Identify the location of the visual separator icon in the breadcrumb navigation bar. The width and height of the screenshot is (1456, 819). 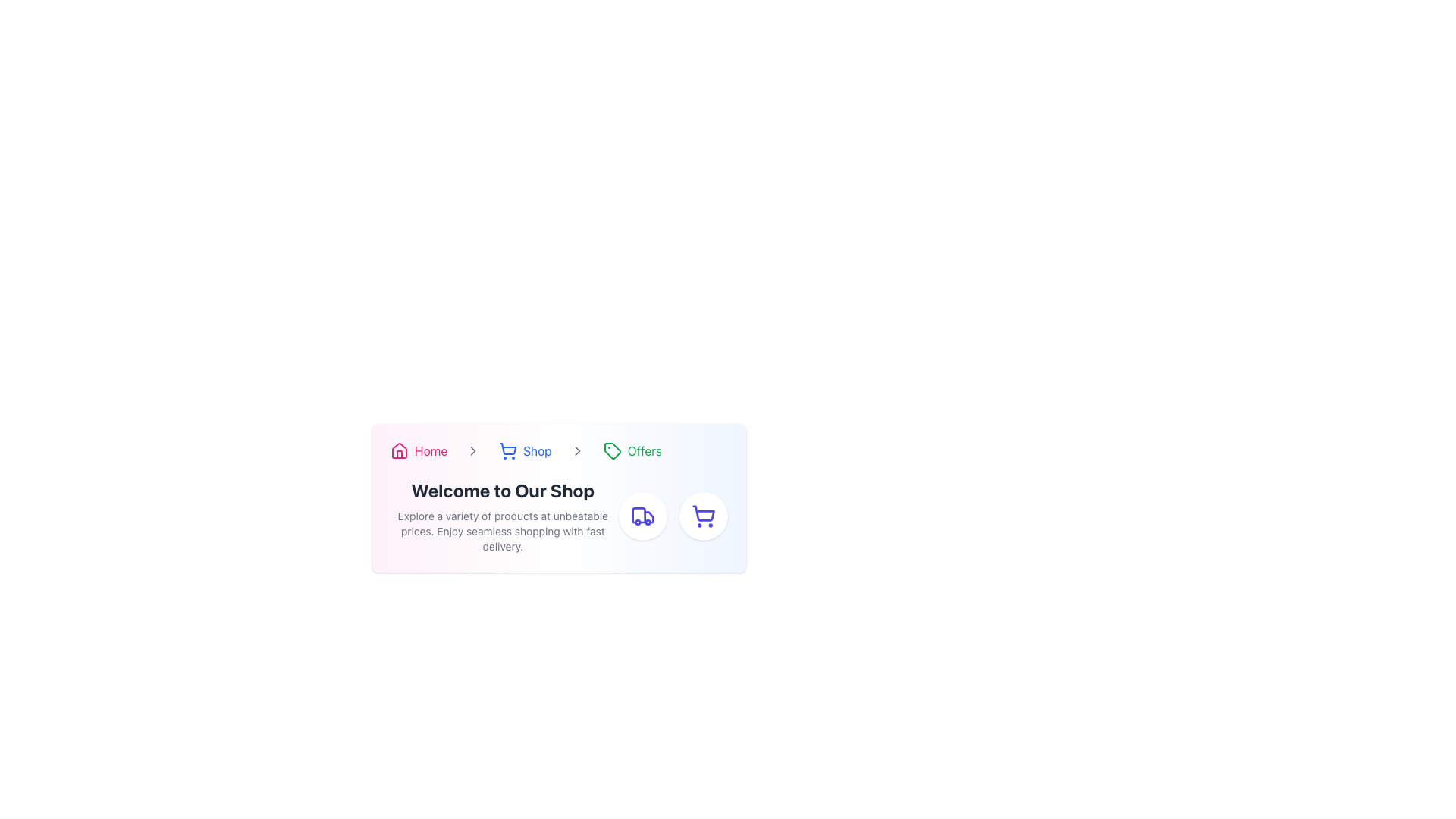
(472, 450).